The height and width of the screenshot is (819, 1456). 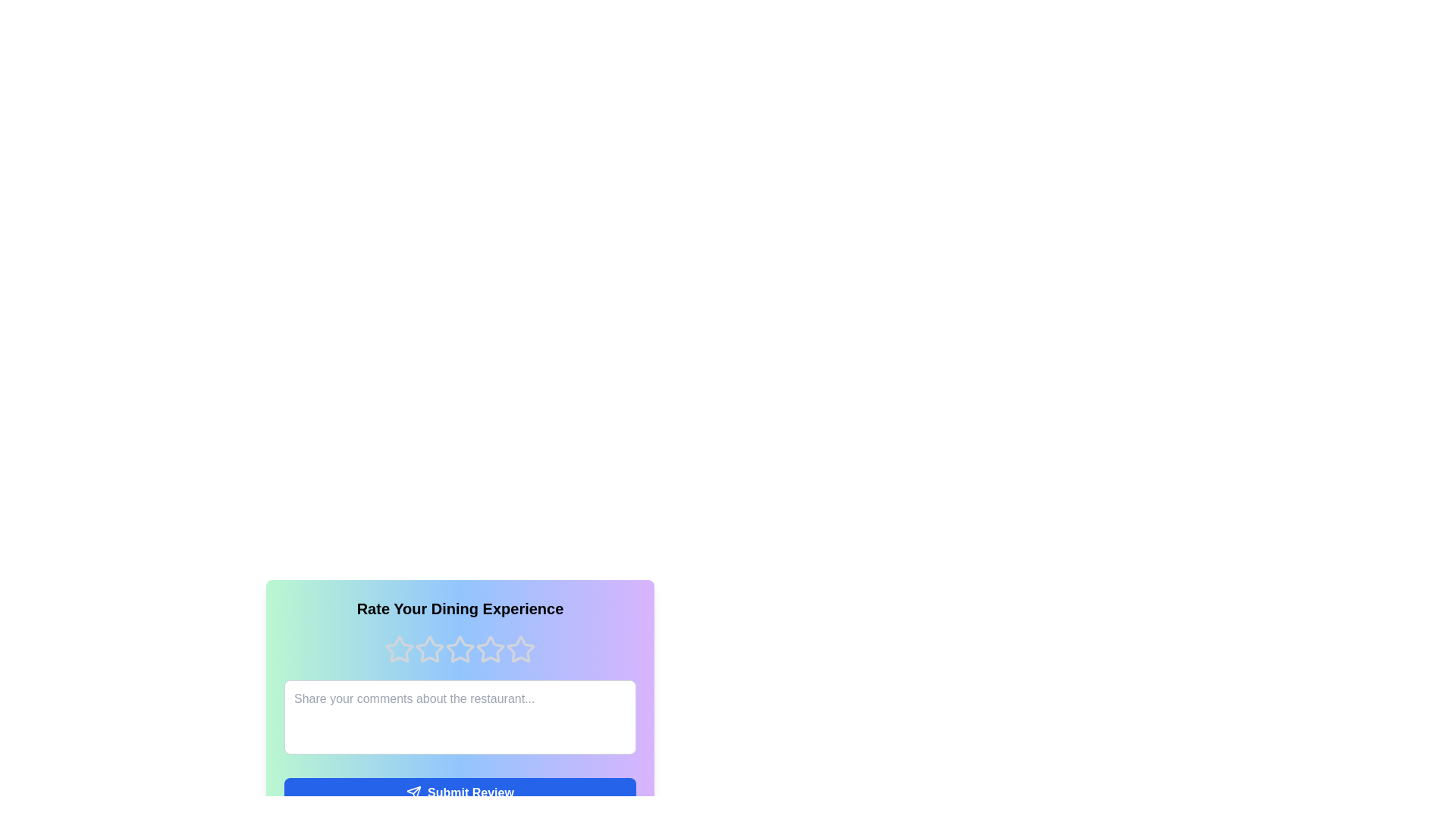 I want to click on the first star button in the five-star rating interface, located directly below the text 'Rate Your Dining Experience', so click(x=400, y=648).